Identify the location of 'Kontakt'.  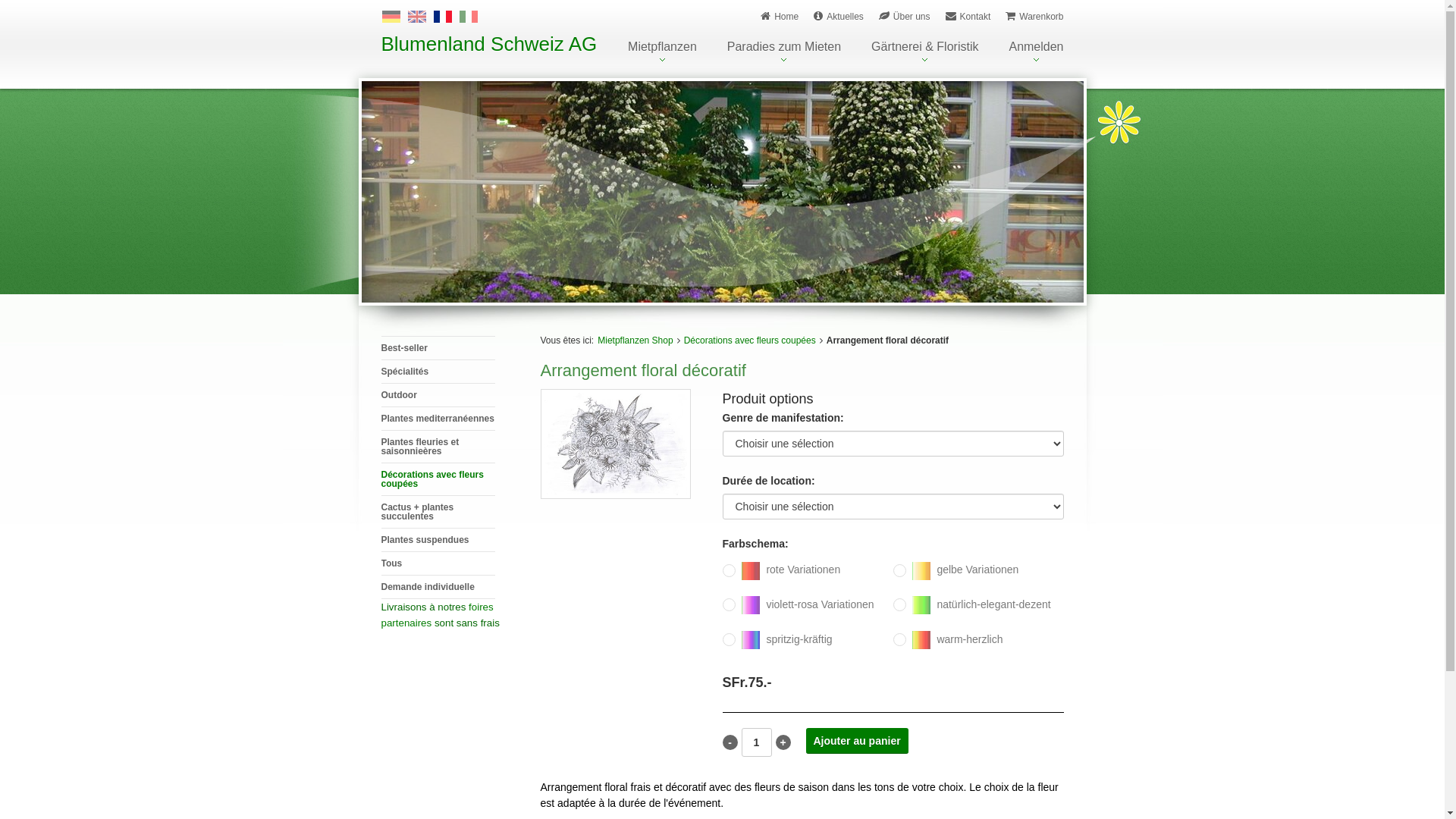
(967, 17).